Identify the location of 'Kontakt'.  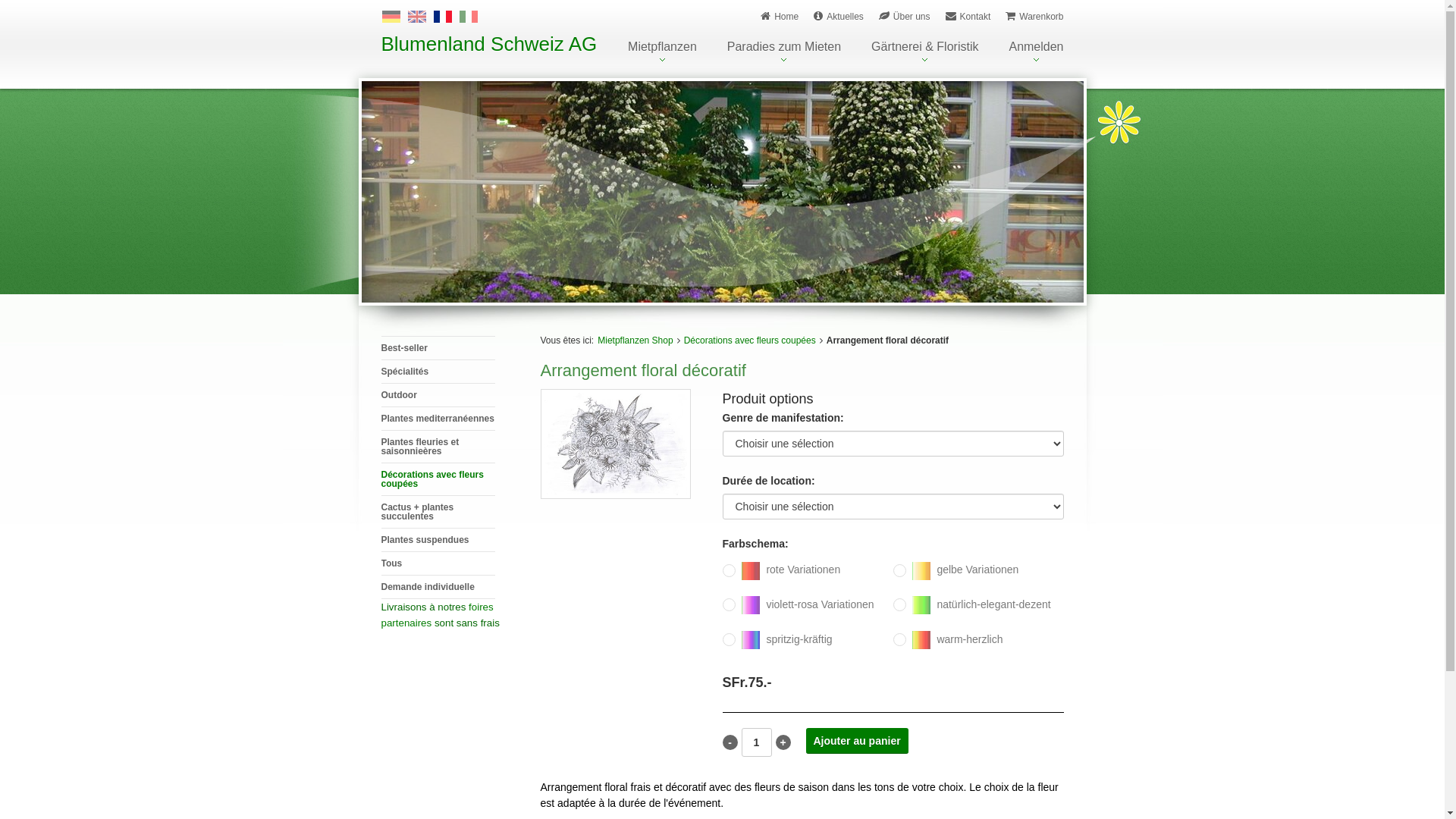
(967, 17).